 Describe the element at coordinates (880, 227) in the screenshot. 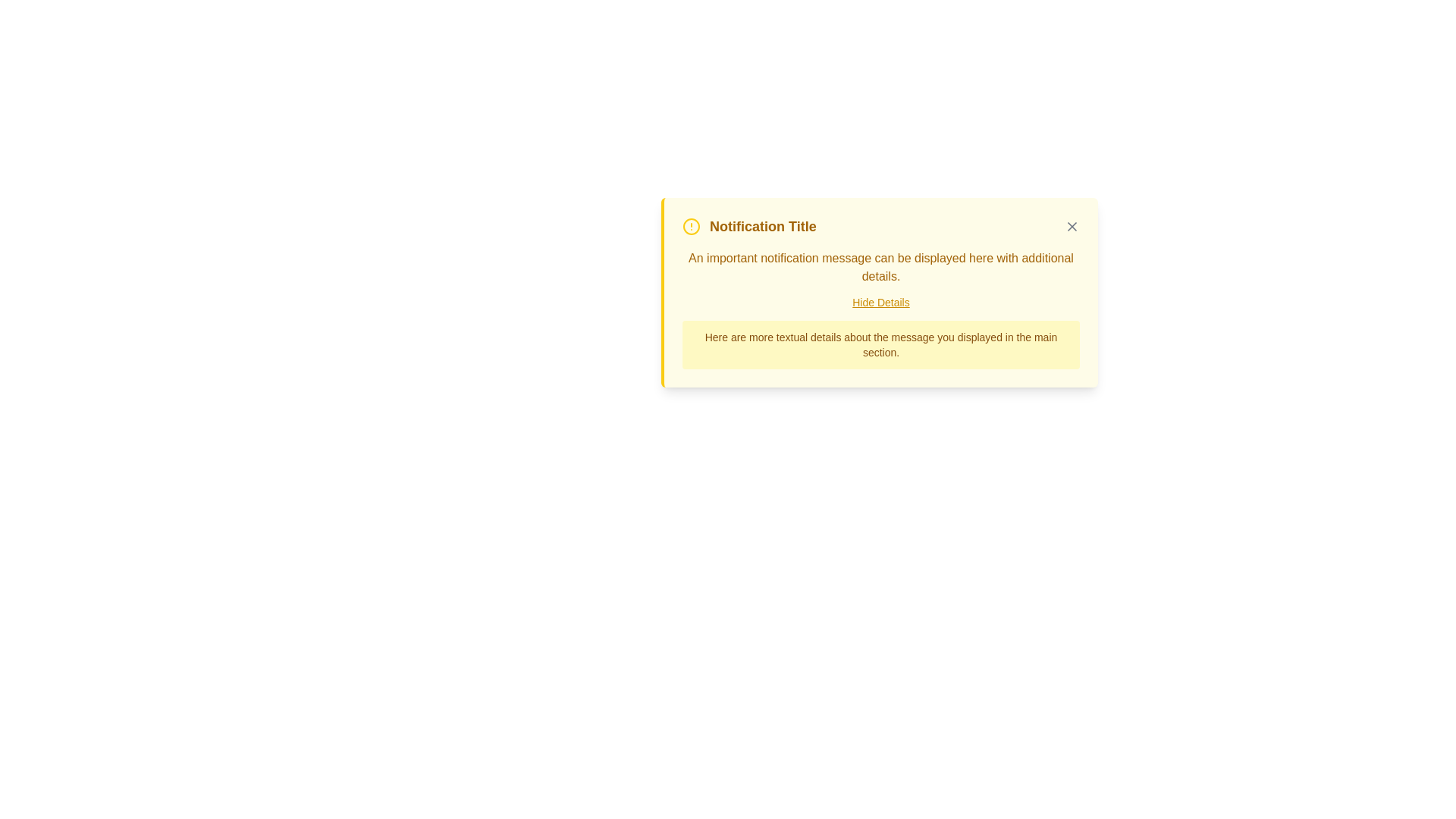

I see `the notification header titled 'Notification Title'` at that location.